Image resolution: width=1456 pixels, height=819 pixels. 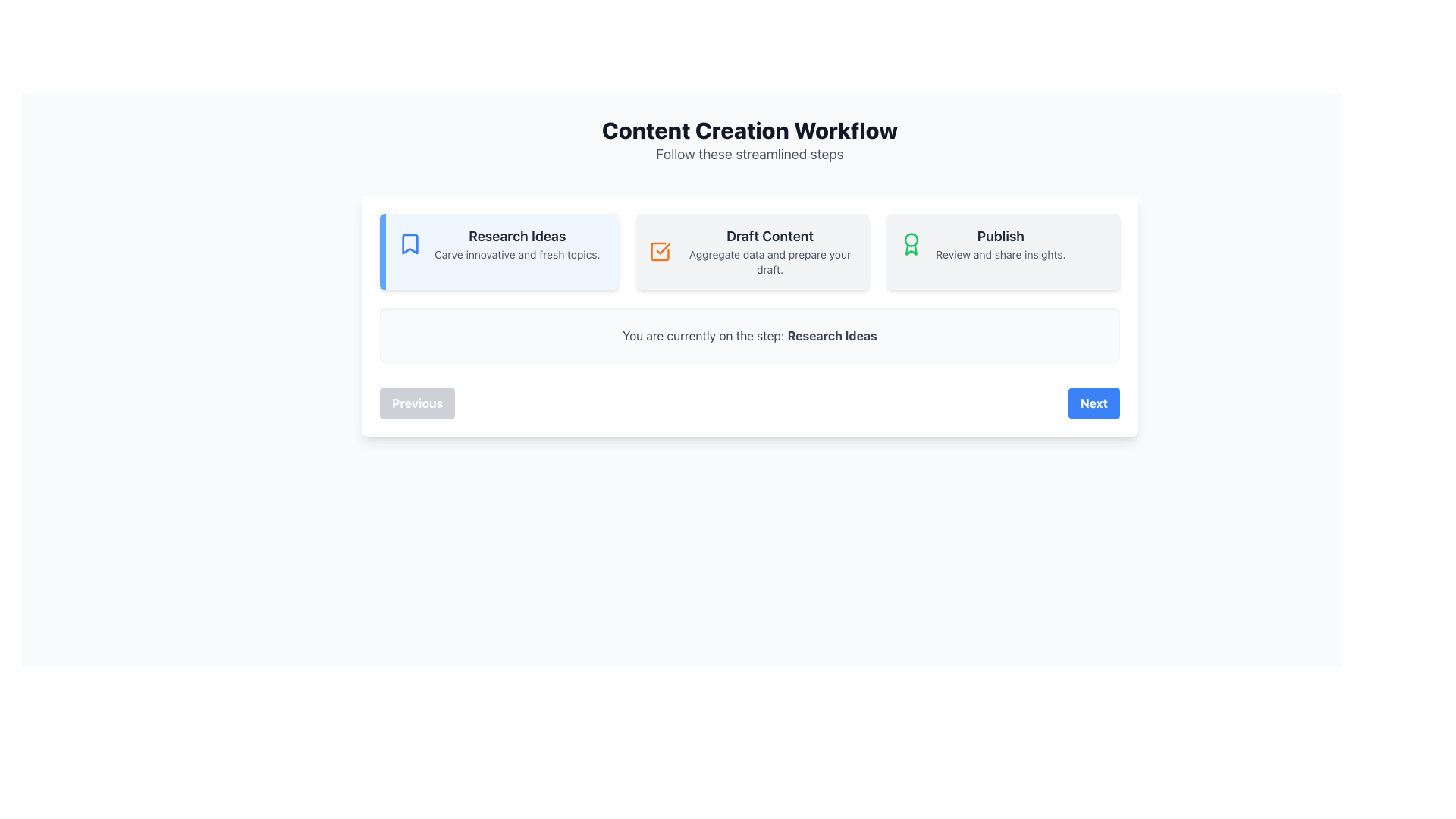 I want to click on the 'Next' button, which is a rectangular button with bold white text on a blue background, located at the bottom-right corner of the form, so click(x=1094, y=403).